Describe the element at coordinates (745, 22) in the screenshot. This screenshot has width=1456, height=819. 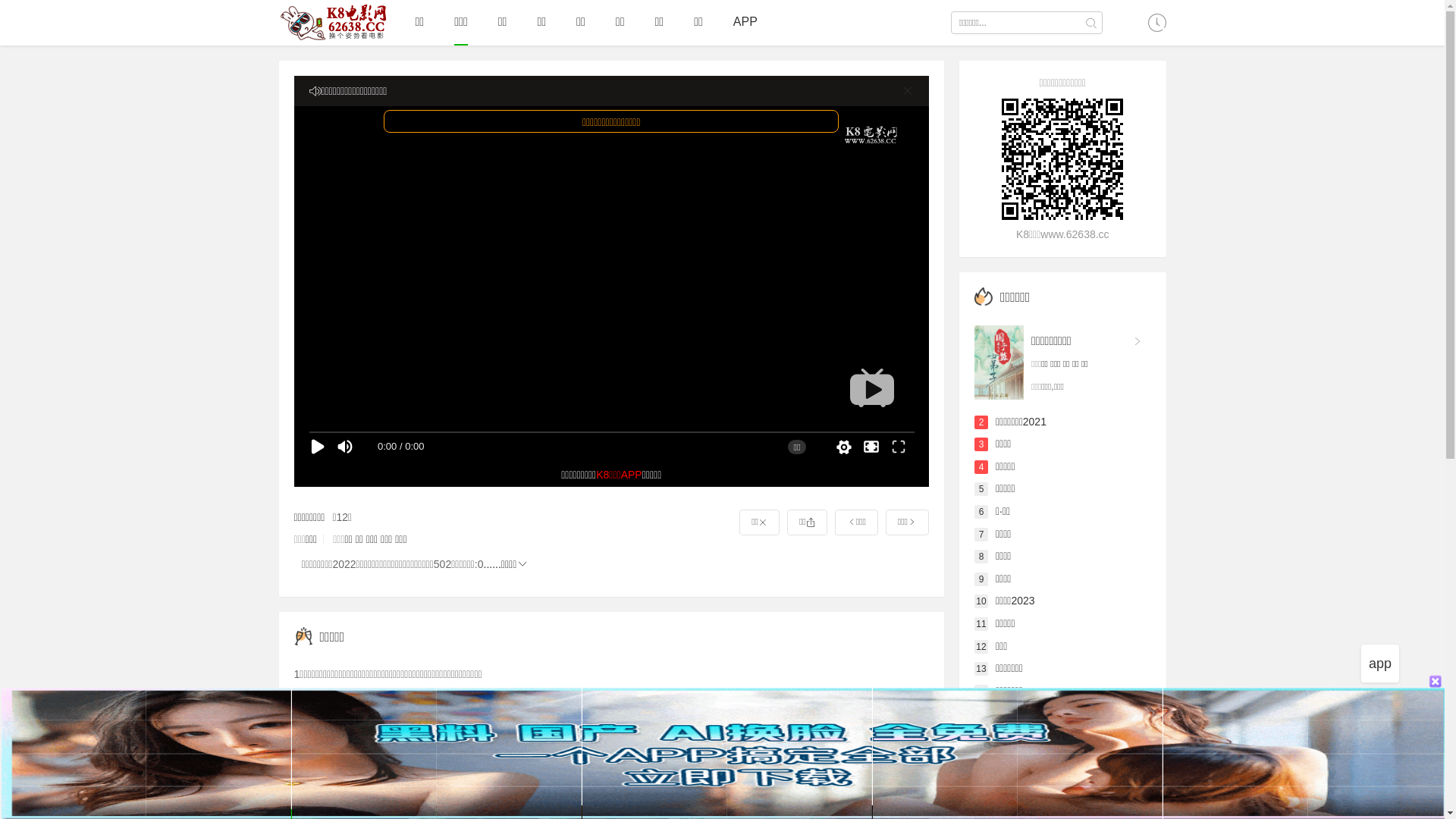
I see `'APP'` at that location.